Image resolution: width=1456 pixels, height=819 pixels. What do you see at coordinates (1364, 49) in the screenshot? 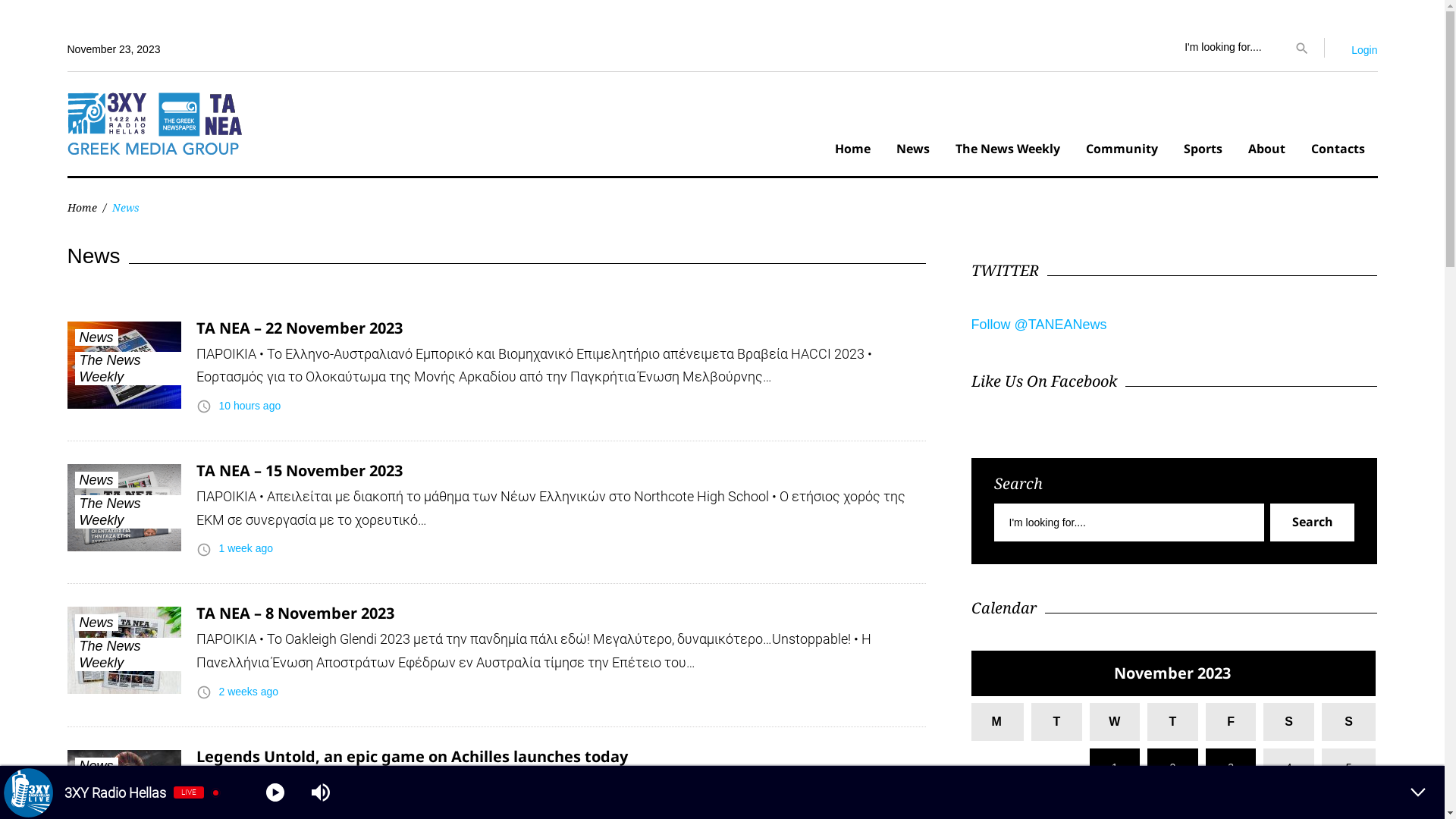
I see `'Login'` at bounding box center [1364, 49].